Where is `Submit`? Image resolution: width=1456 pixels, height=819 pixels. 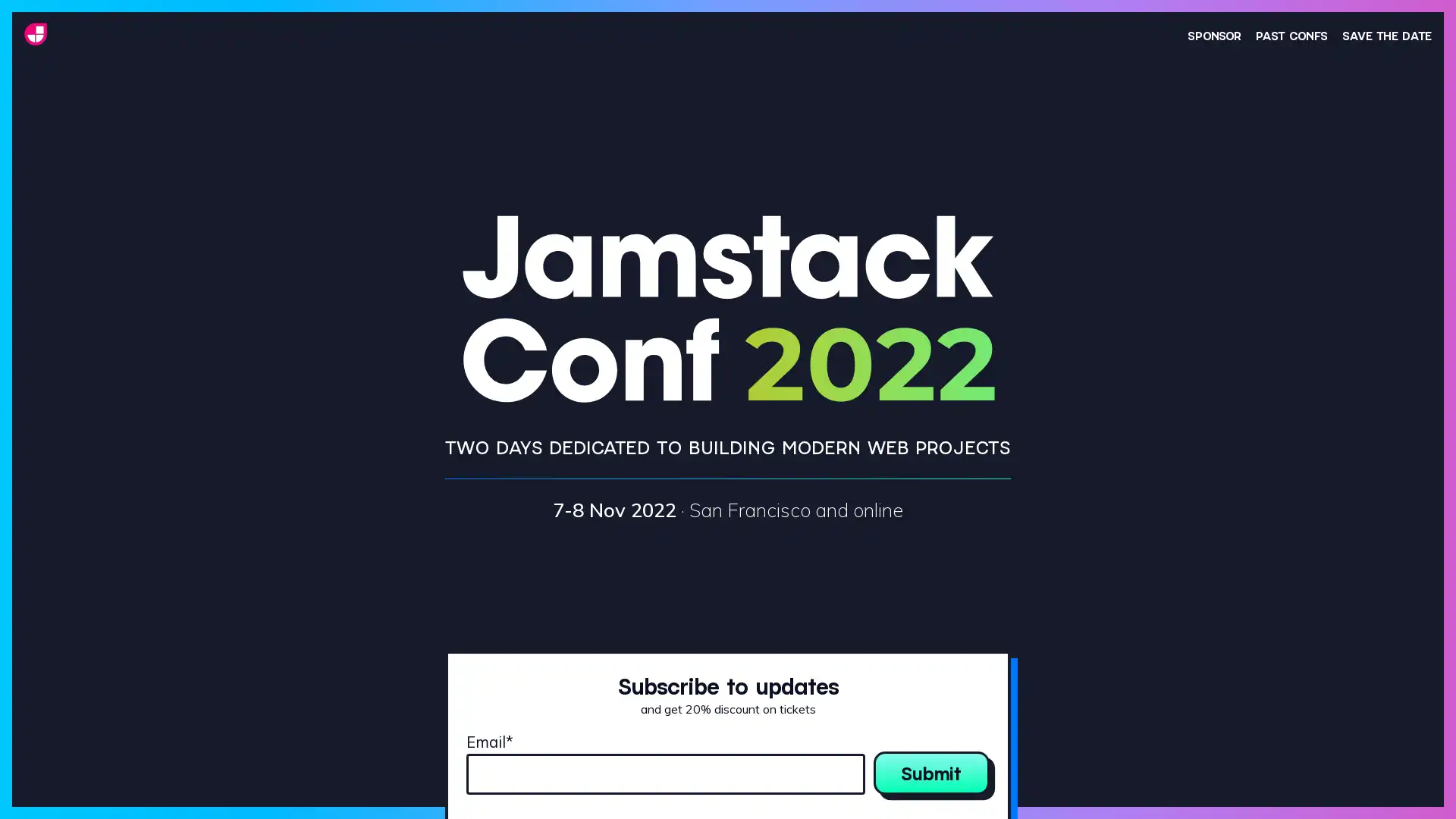
Submit is located at coordinates (930, 772).